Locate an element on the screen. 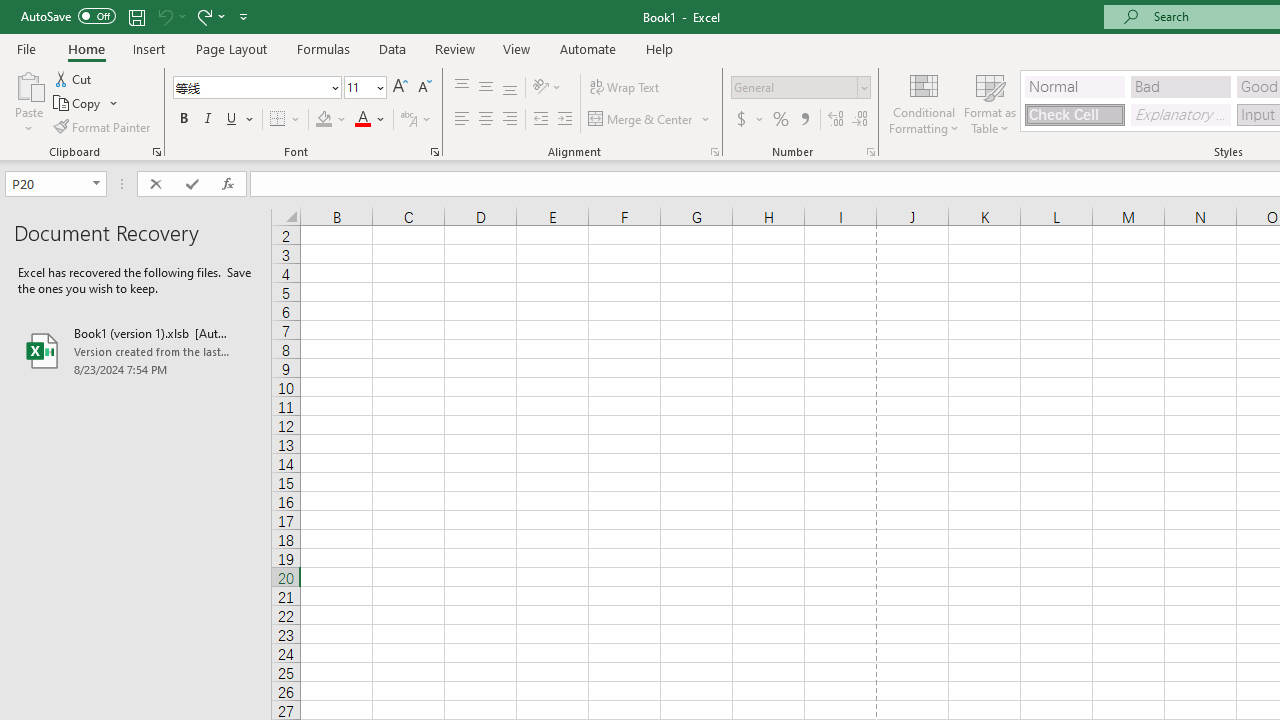  'Fill Color' is located at coordinates (331, 119).